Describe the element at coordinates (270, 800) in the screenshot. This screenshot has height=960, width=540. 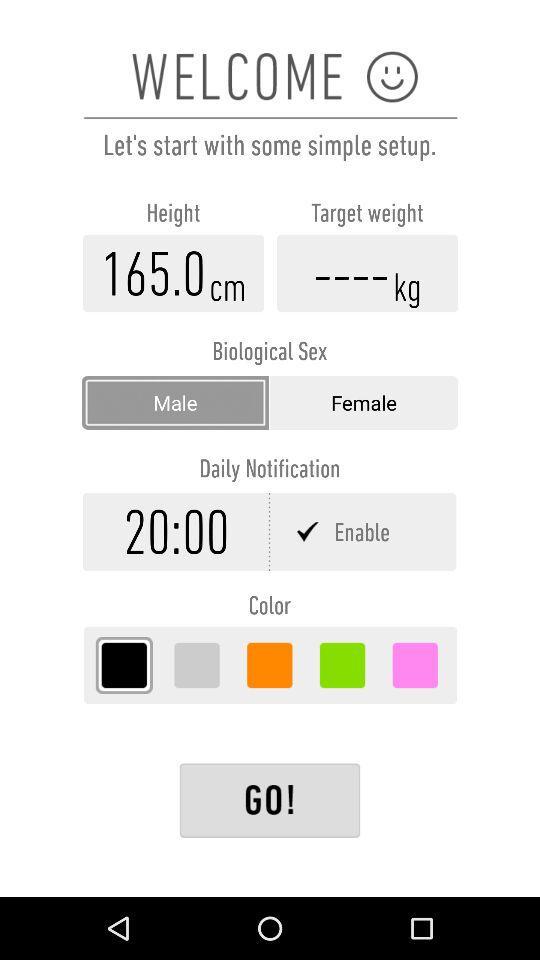
I see `go` at that location.